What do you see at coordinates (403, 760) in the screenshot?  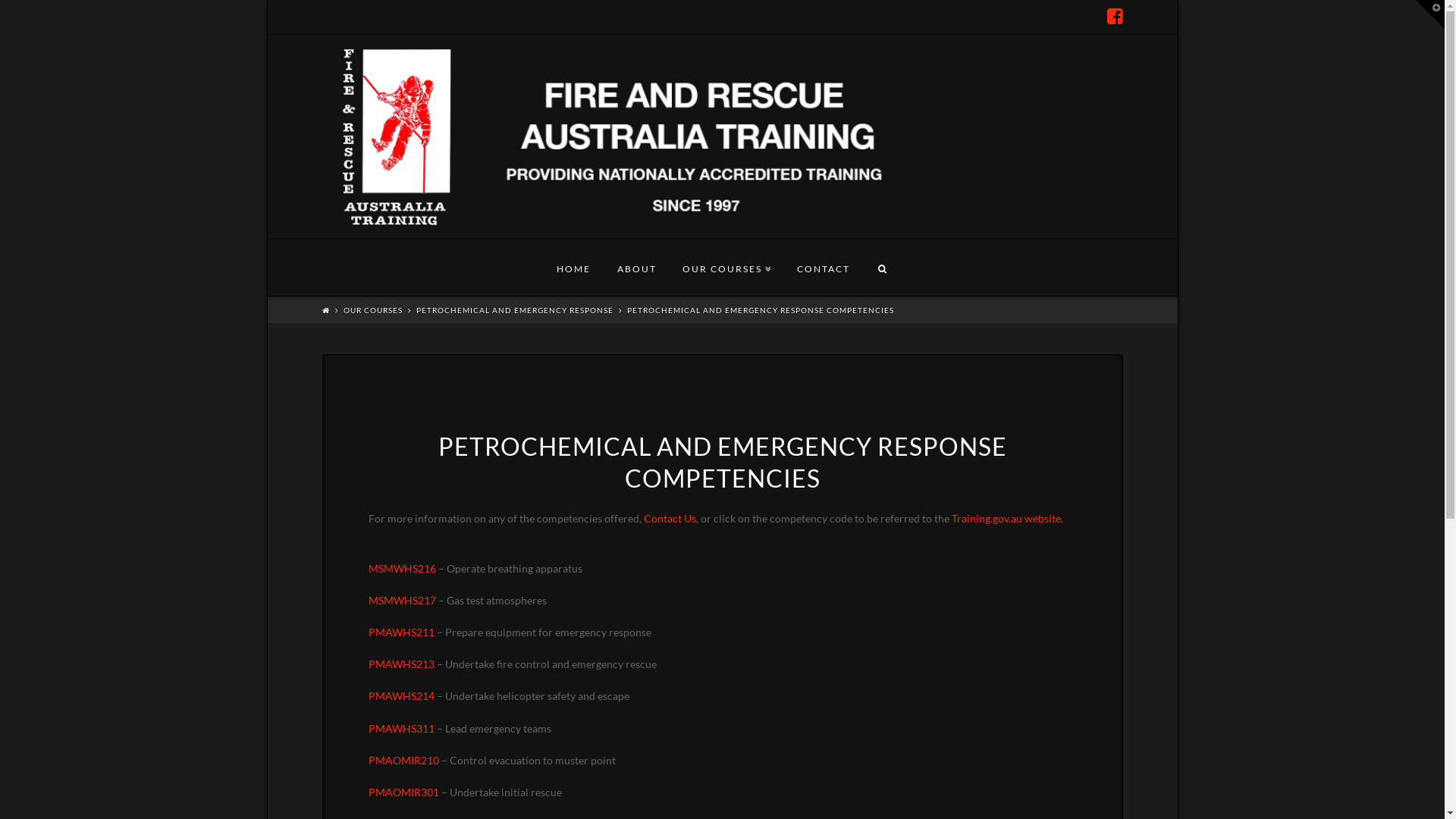 I see `'PMAOMIR210'` at bounding box center [403, 760].